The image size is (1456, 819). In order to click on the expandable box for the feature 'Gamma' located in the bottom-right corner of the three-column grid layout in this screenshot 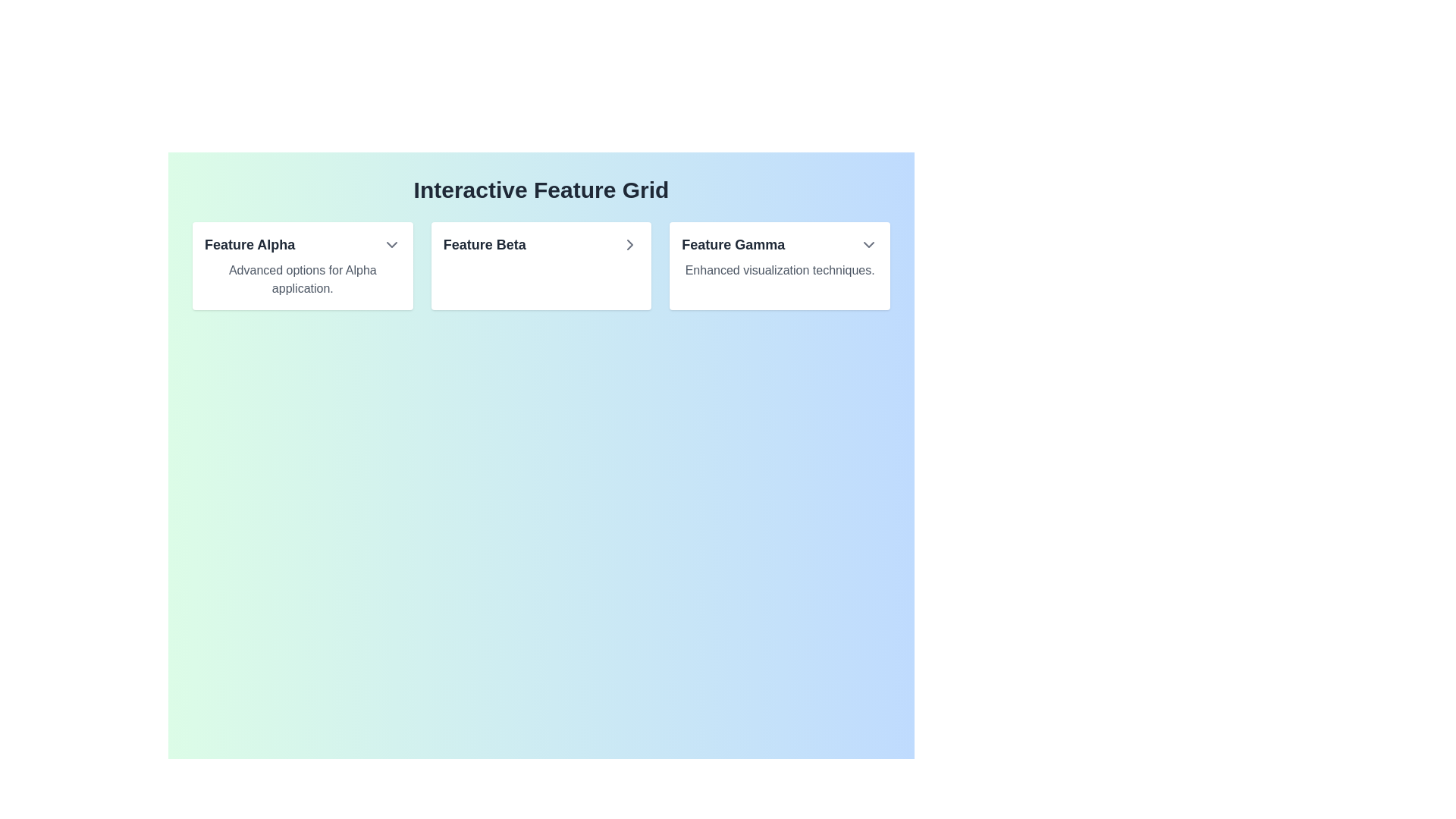, I will do `click(780, 265)`.